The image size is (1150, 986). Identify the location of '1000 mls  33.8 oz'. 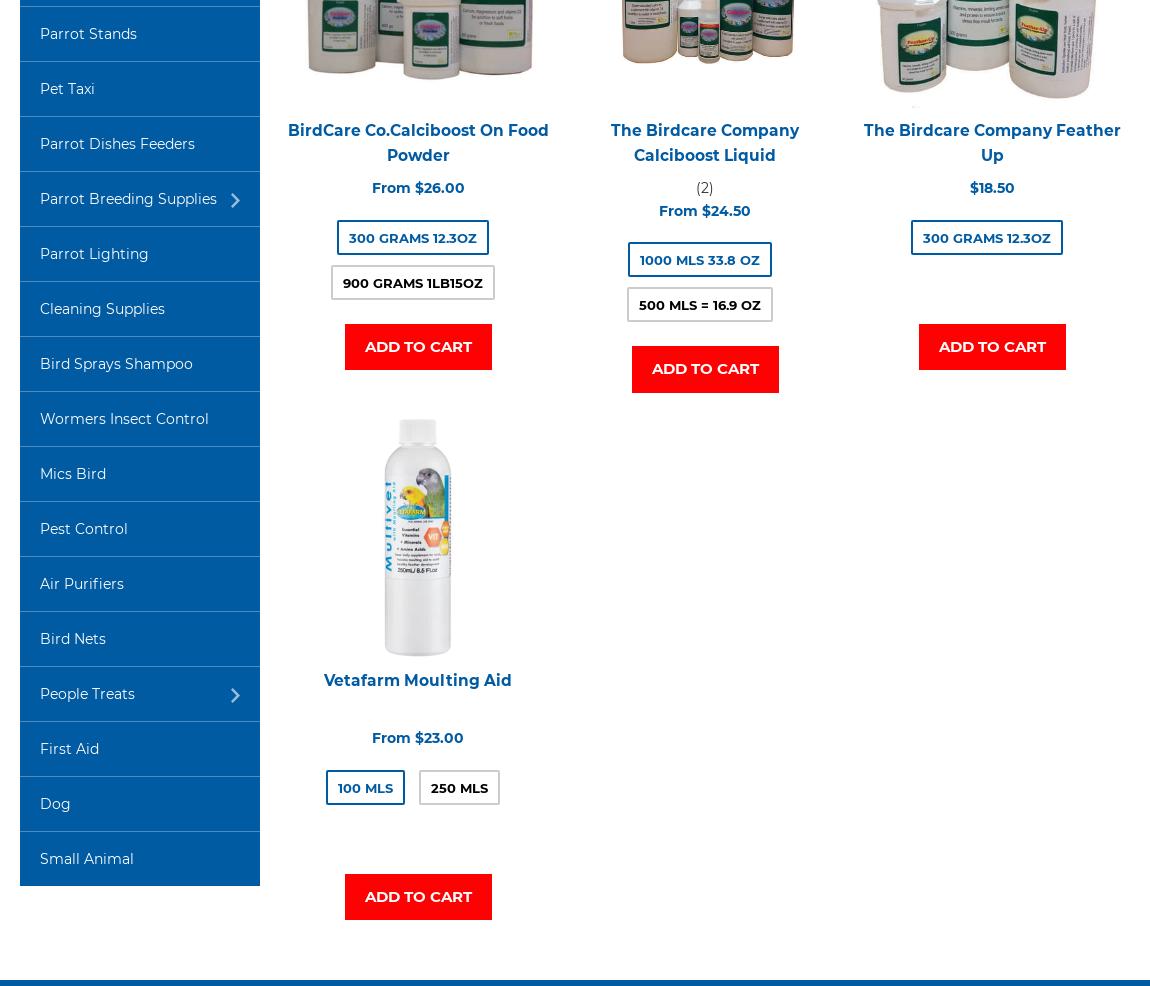
(638, 260).